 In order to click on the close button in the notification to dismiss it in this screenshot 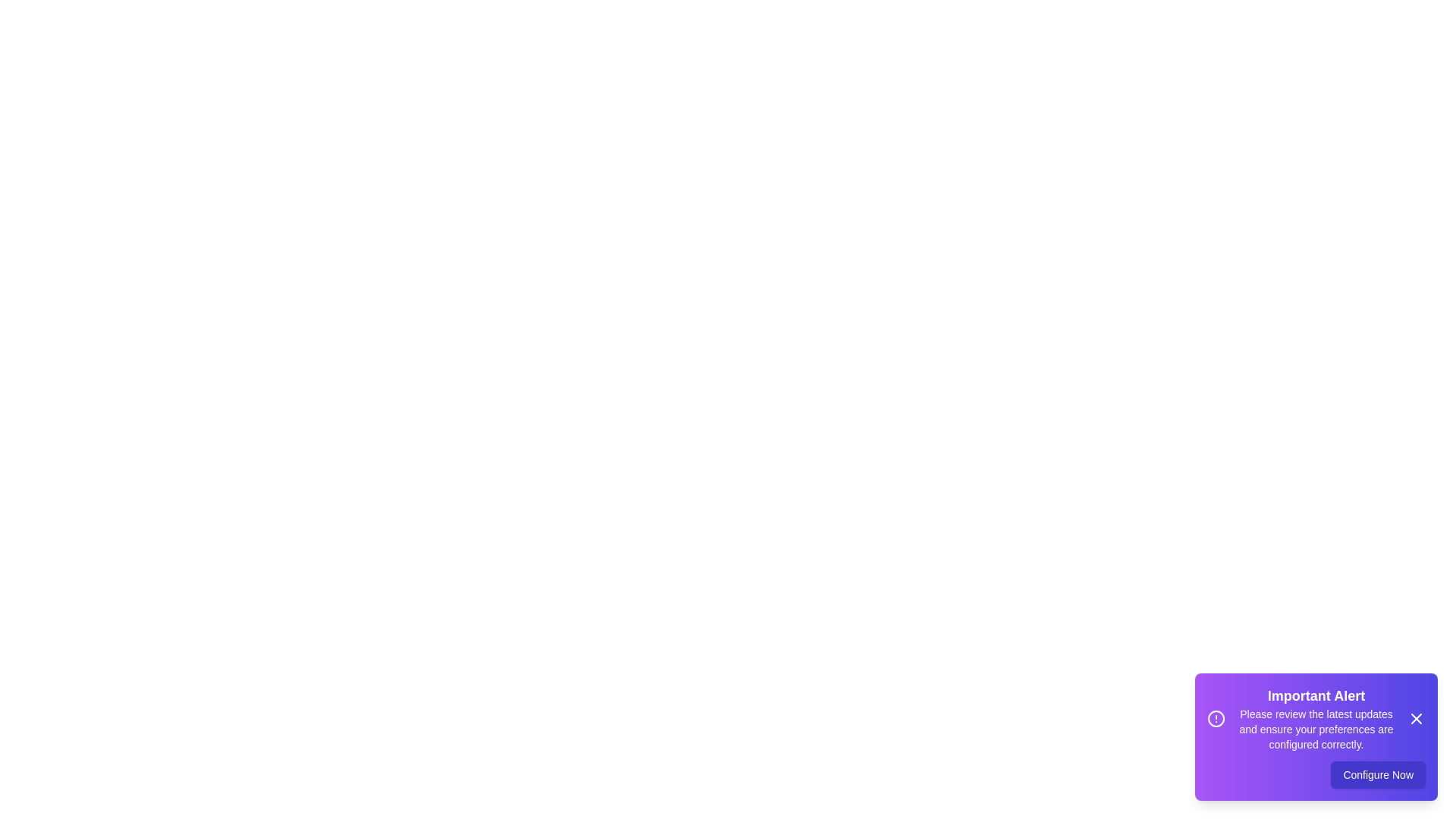, I will do `click(1415, 718)`.